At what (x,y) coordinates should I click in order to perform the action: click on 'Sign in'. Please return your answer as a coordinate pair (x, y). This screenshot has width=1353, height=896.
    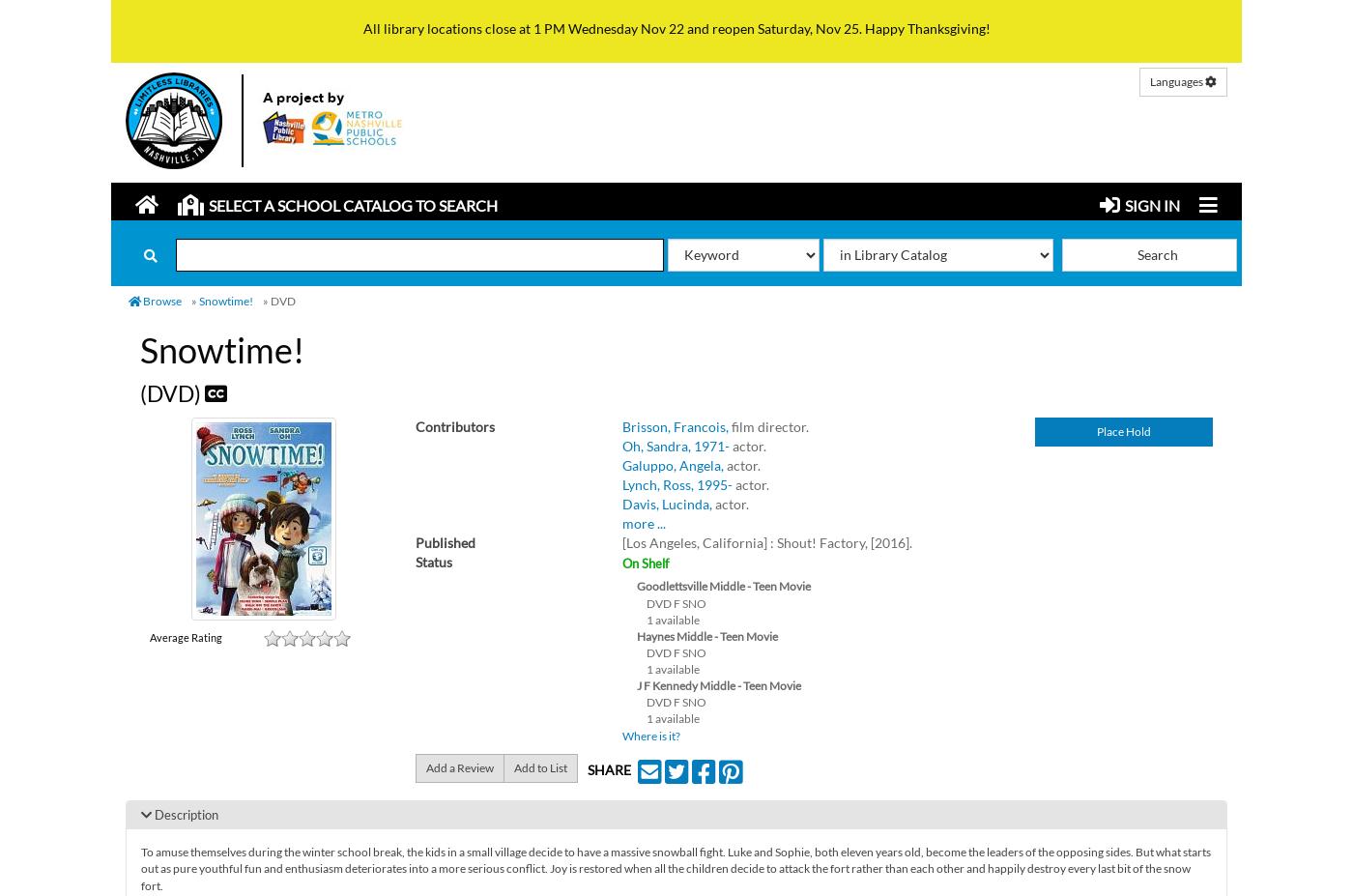
    Looking at the image, I should click on (1152, 204).